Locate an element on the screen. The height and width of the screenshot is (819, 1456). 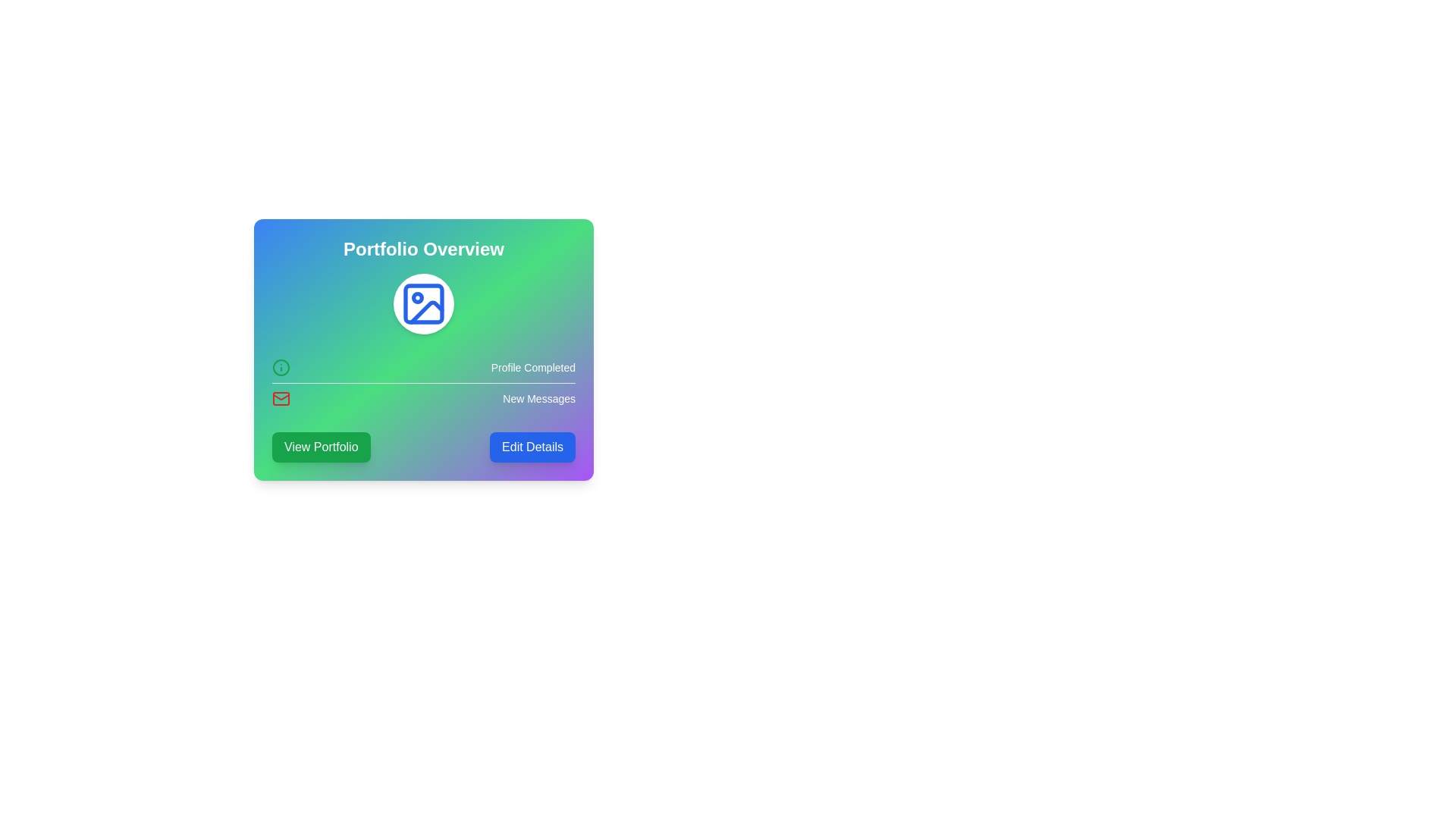
the informational icon that signifies a completed status, located to the far-left of the 'Profile Completed' label is located at coordinates (281, 368).